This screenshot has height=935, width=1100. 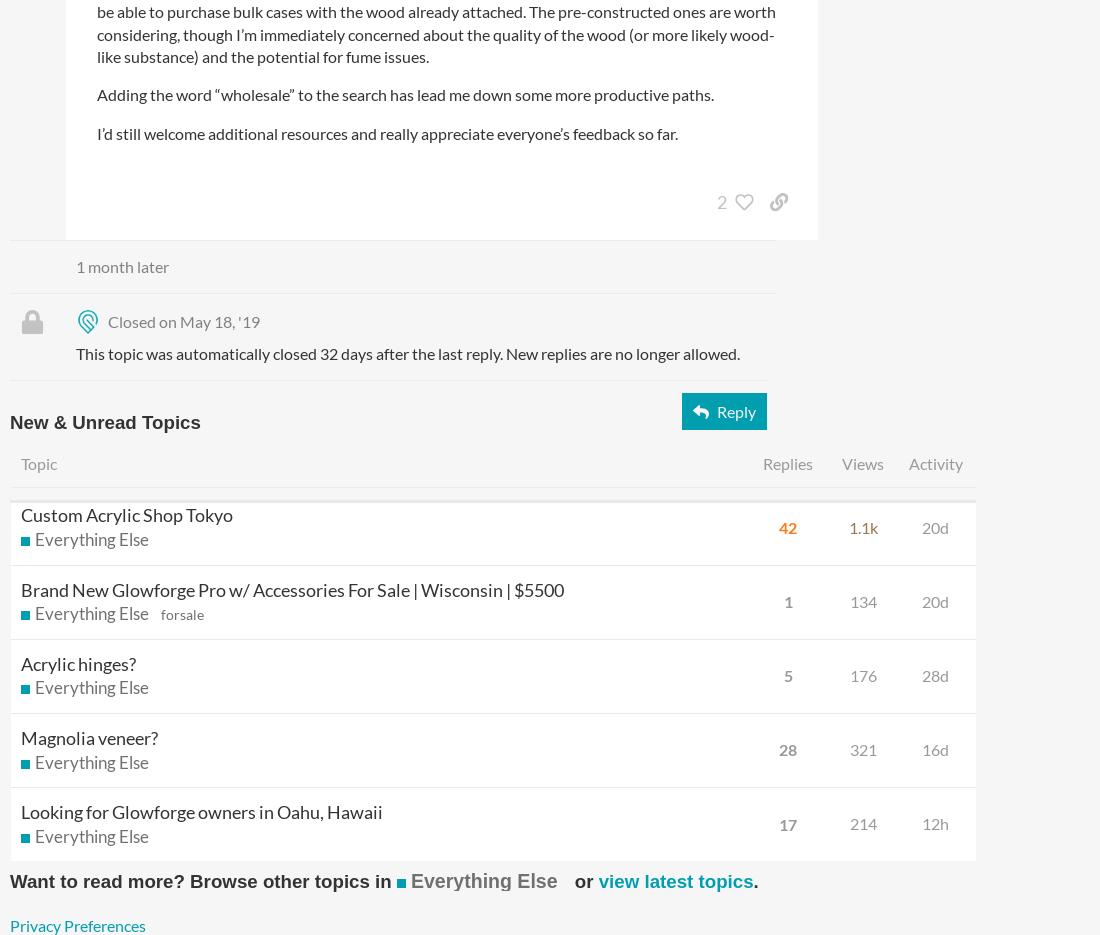 I want to click on '17', so click(x=788, y=823).